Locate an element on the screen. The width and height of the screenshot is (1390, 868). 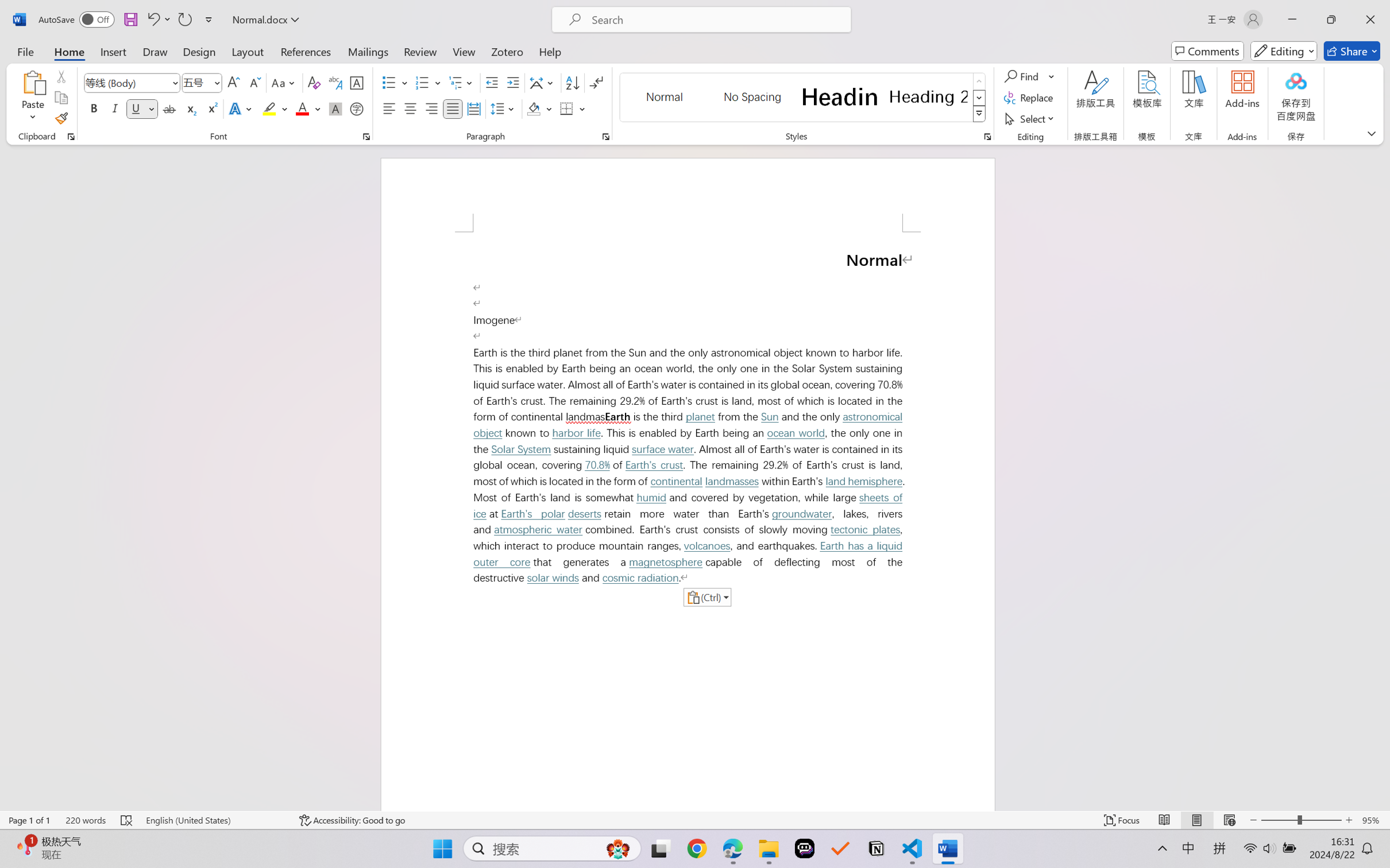
'Sun' is located at coordinates (770, 417).